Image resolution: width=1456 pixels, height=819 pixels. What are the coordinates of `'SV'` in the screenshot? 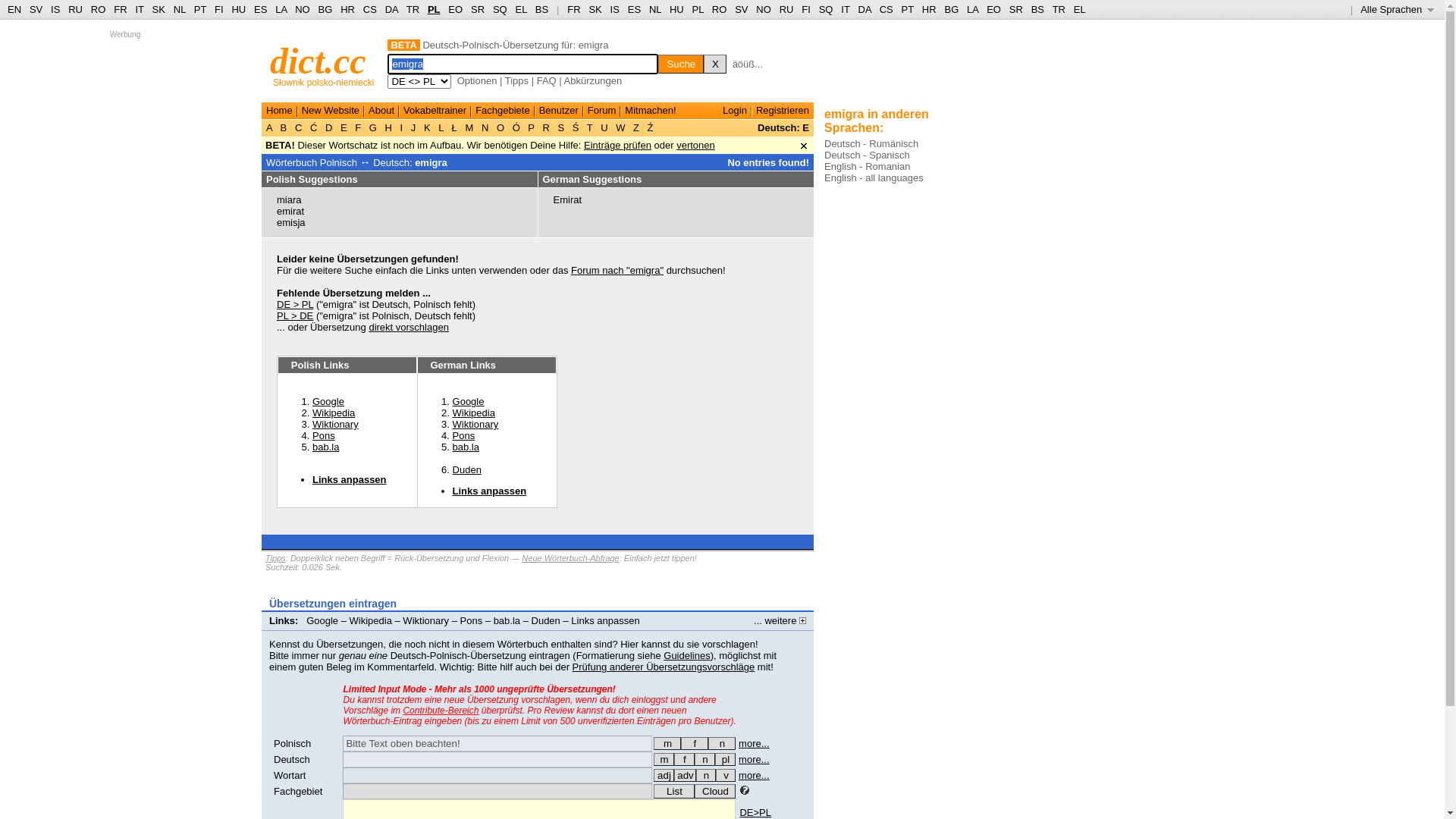 It's located at (36, 9).